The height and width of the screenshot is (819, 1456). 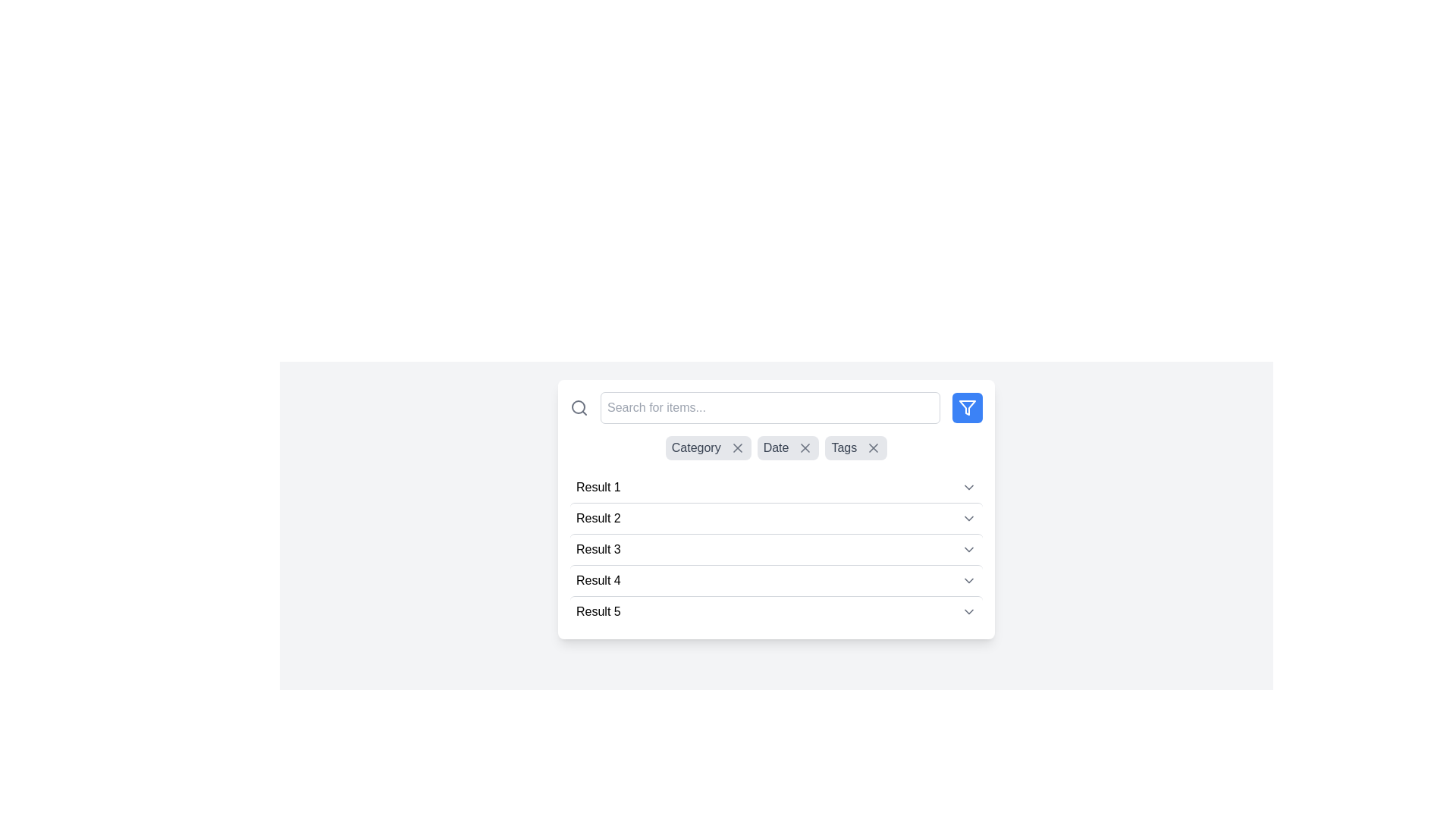 What do you see at coordinates (776, 447) in the screenshot?
I see `the text label indicating a date filter in the tag selection interface` at bounding box center [776, 447].